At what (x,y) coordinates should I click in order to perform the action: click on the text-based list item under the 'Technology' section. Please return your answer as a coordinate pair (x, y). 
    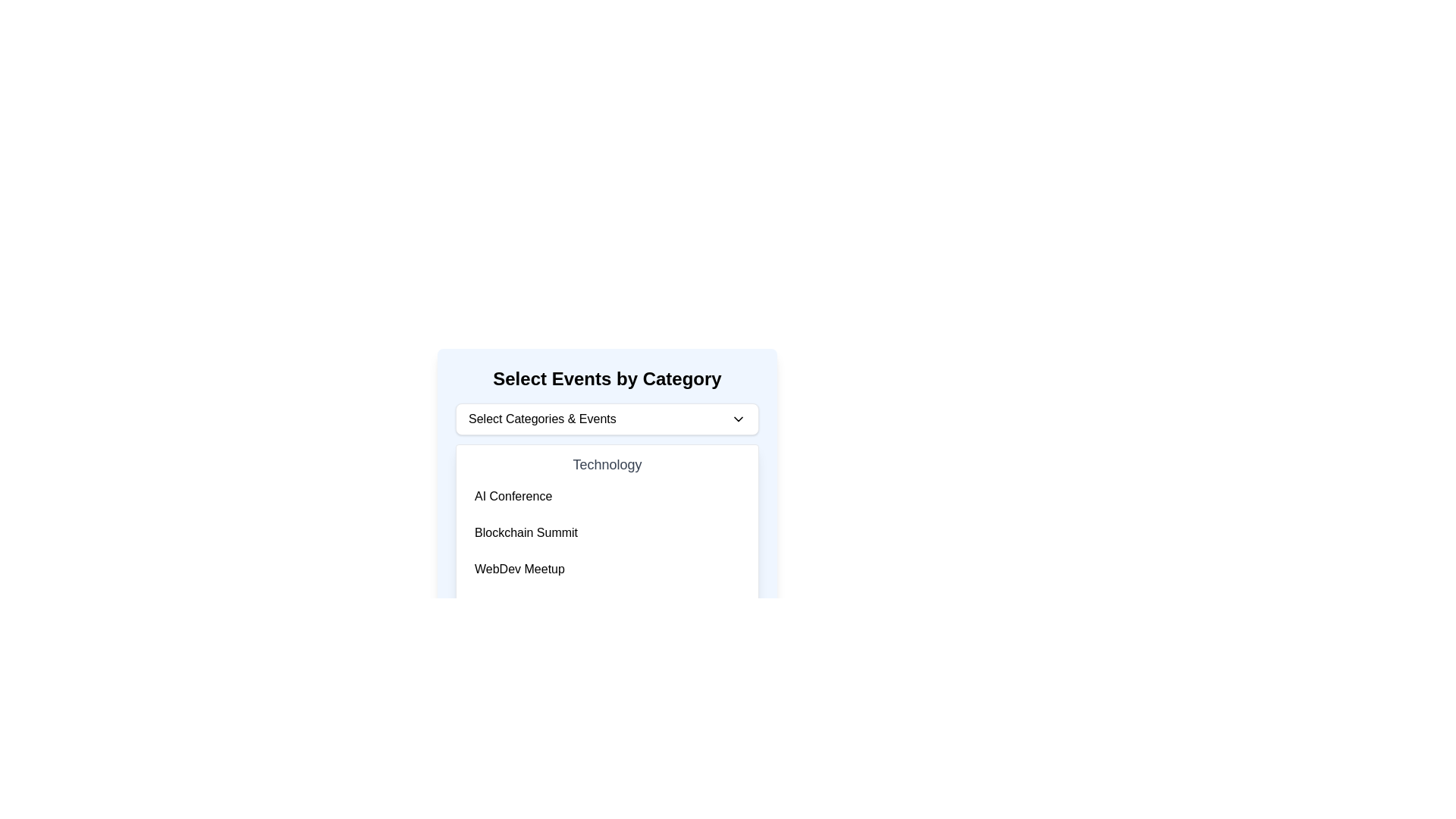
    Looking at the image, I should click on (513, 497).